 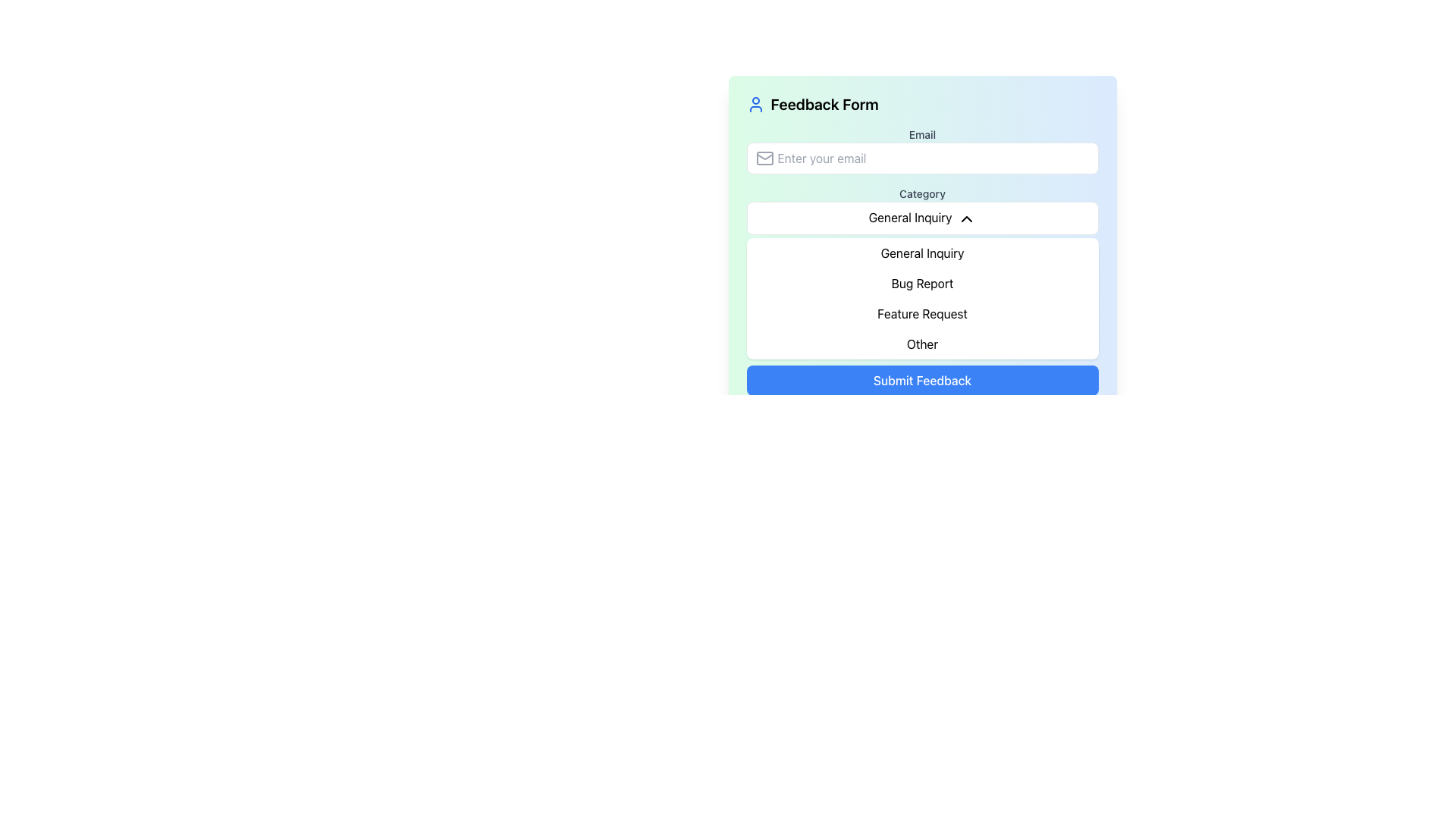 What do you see at coordinates (921, 226) in the screenshot?
I see `the Dropdown menu located centrally in the form` at bounding box center [921, 226].